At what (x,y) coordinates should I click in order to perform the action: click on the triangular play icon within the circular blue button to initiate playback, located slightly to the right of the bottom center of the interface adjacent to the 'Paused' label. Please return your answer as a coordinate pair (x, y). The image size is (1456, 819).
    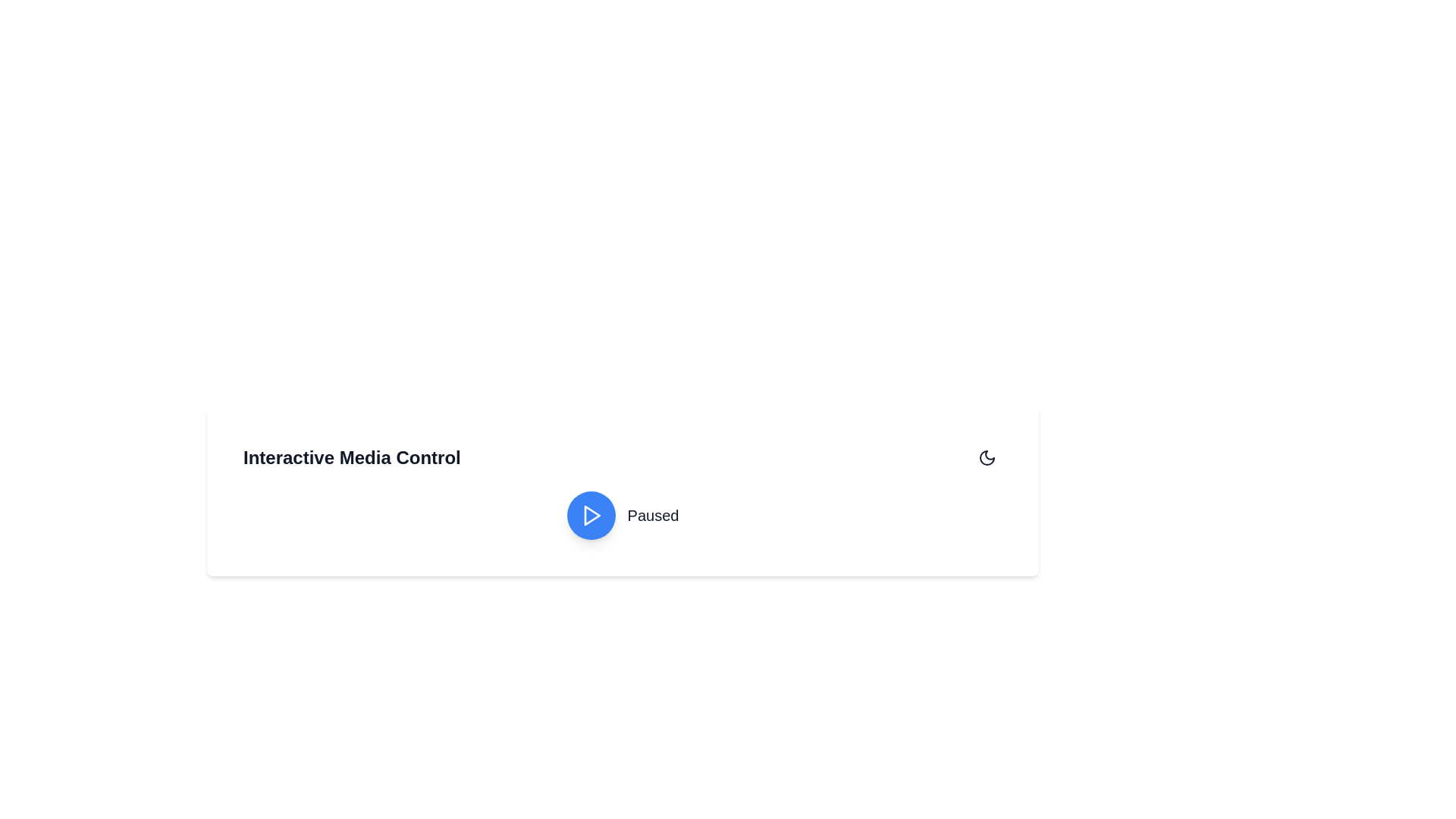
    Looking at the image, I should click on (590, 514).